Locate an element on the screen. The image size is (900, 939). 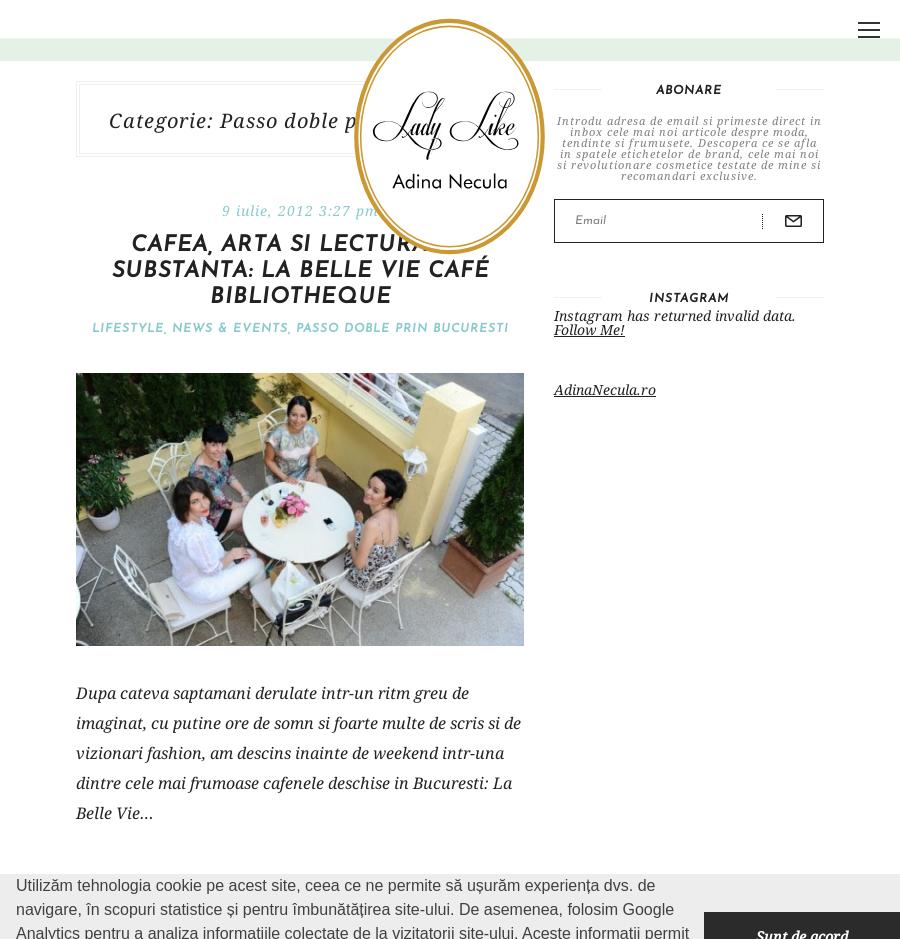
'9 iulie, 2012 3:27 pm' is located at coordinates (221, 209).